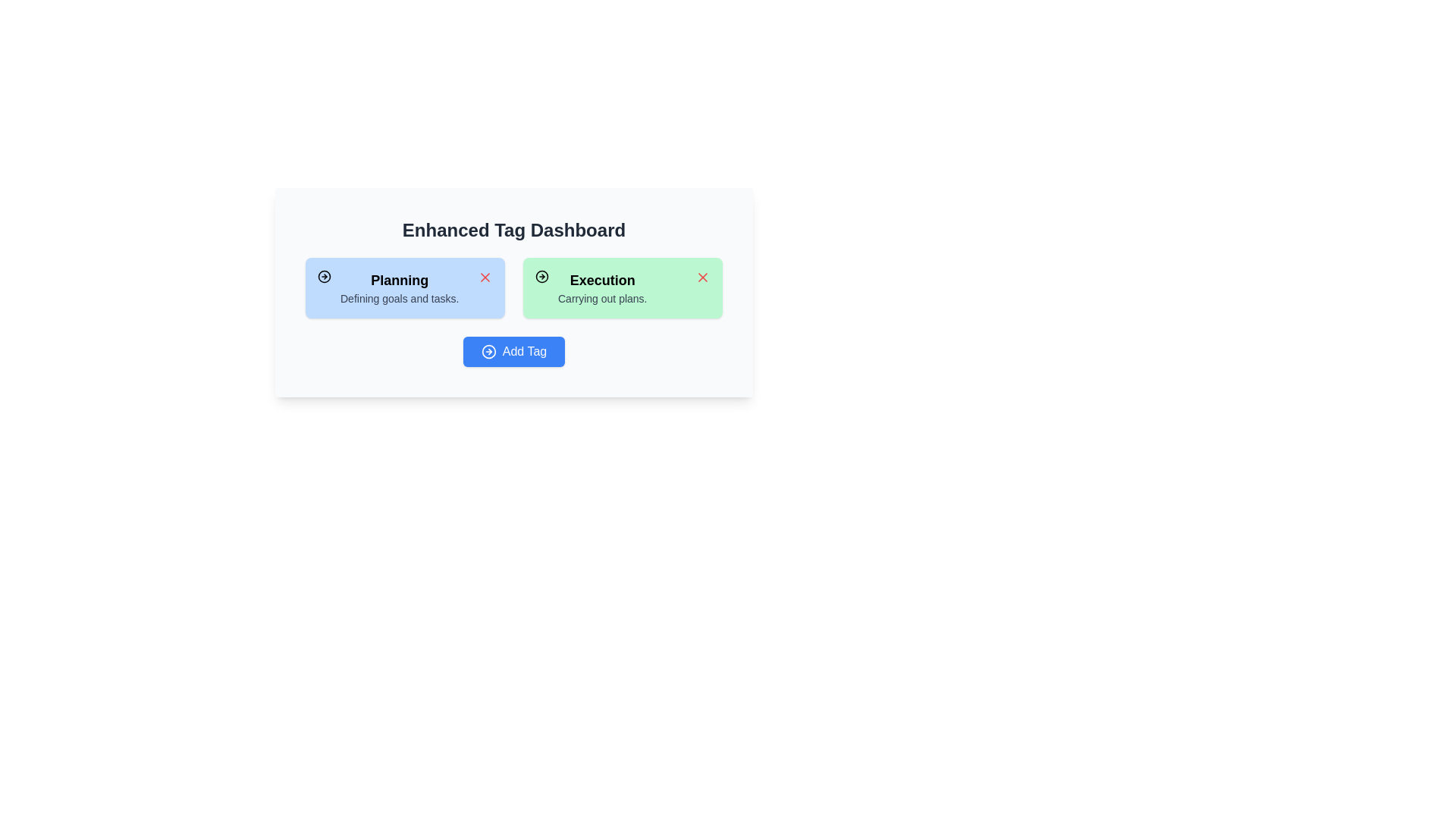  Describe the element at coordinates (323, 277) in the screenshot. I see `the interactive SVG icon located to the left of the title text in the blue tag labeled 'Planning'` at that location.